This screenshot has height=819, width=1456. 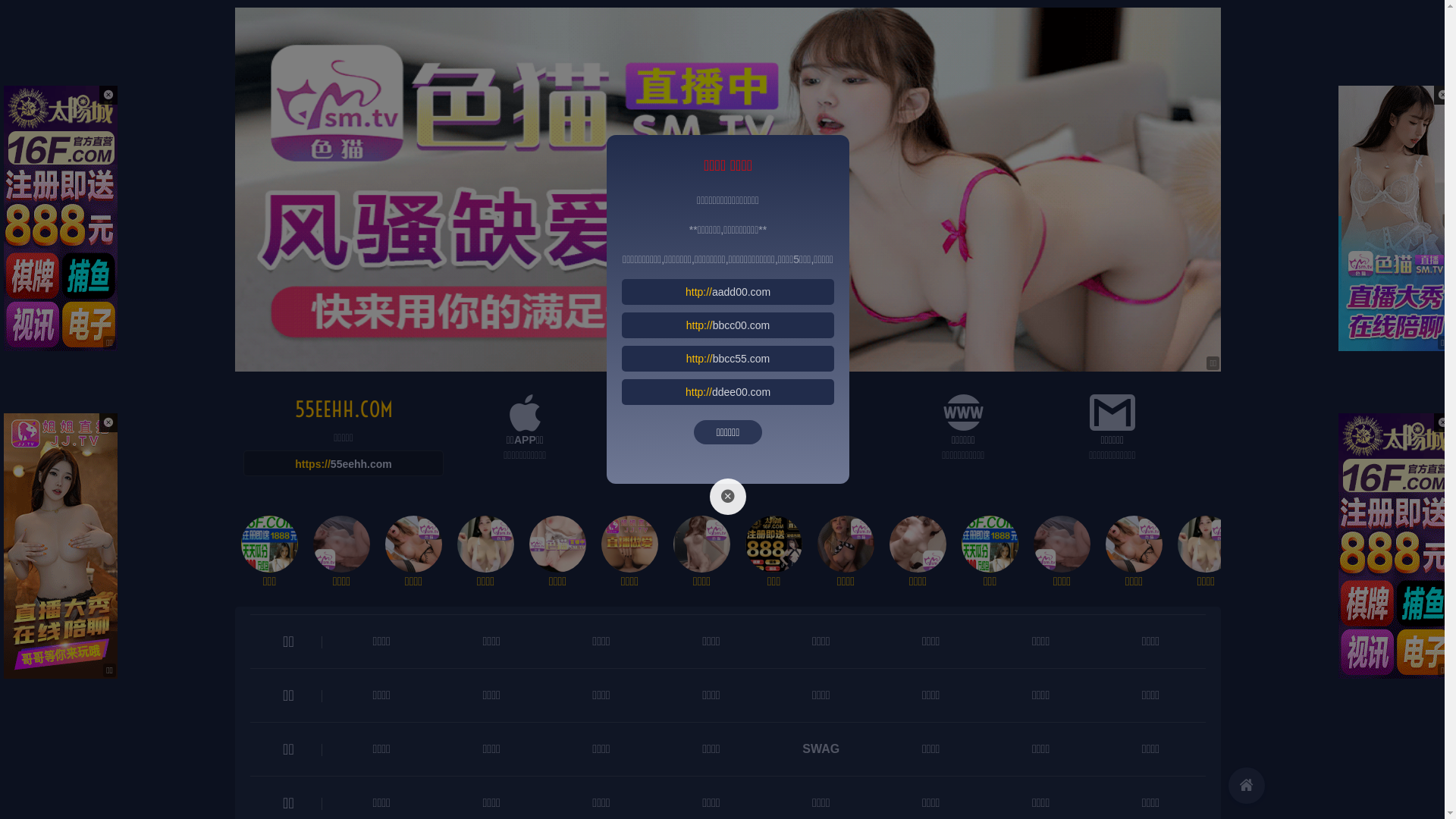 I want to click on 'http://bbcc55.com', so click(x=728, y=359).